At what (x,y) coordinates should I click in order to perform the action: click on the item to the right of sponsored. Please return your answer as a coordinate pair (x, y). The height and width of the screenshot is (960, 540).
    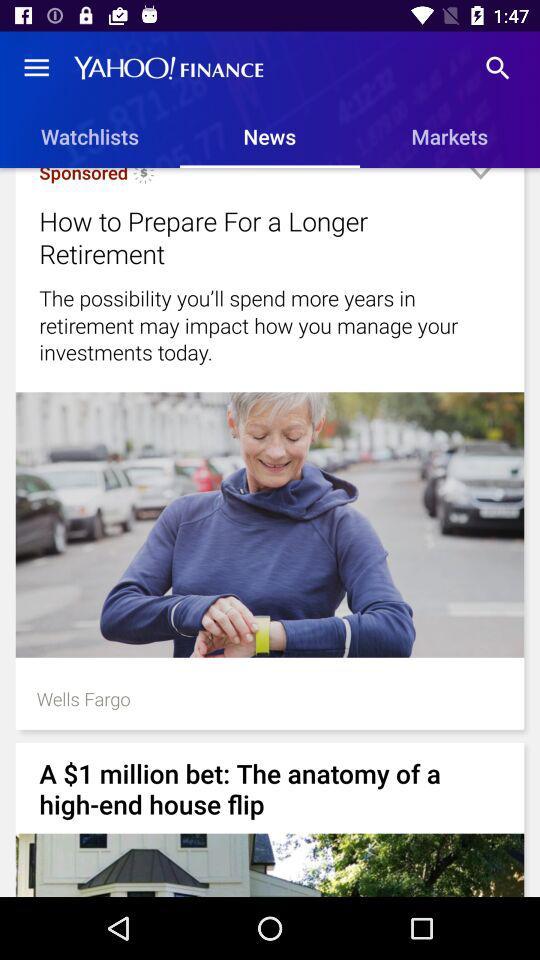
    Looking at the image, I should click on (143, 178).